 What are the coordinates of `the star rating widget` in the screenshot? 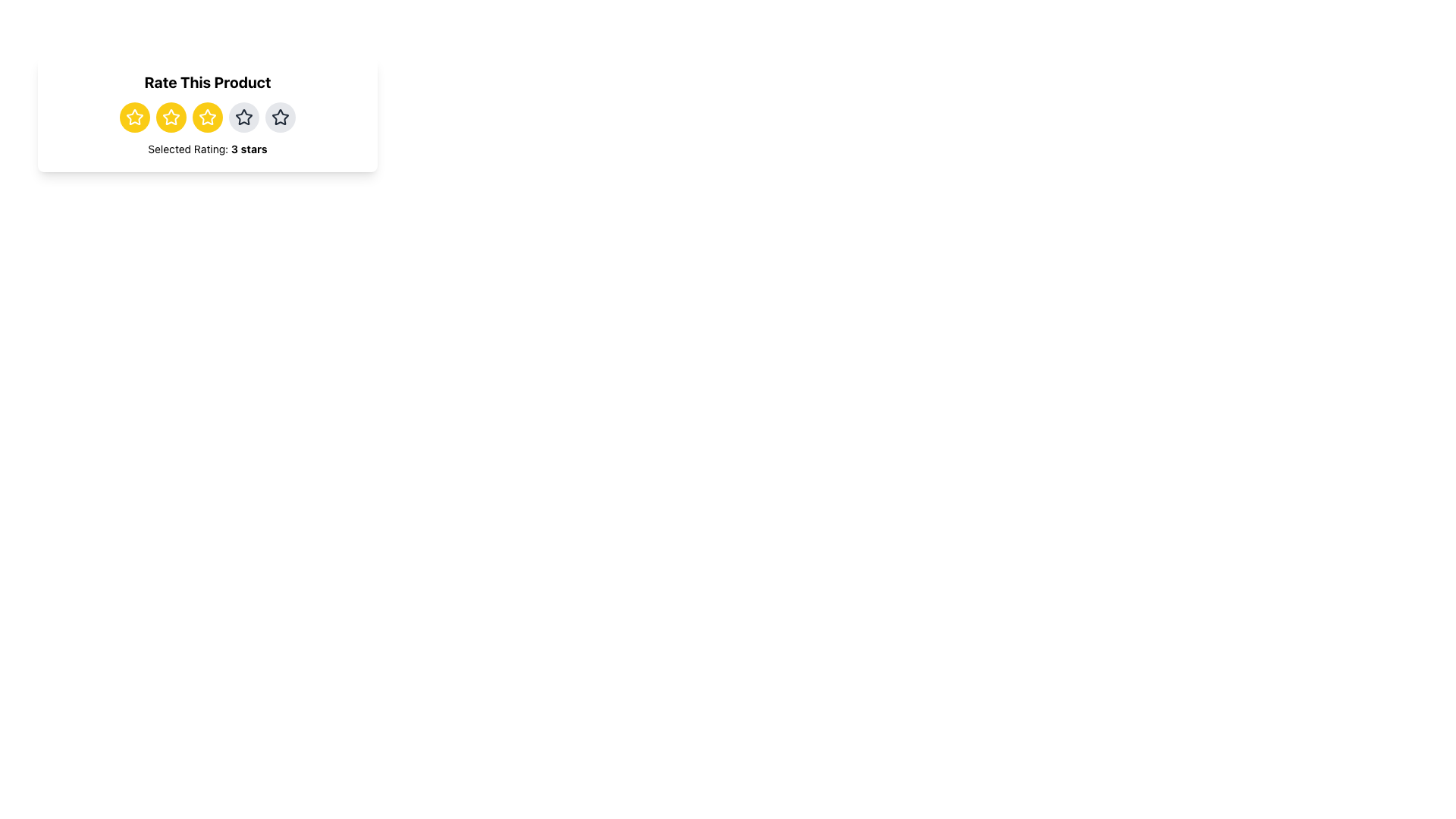 It's located at (206, 113).